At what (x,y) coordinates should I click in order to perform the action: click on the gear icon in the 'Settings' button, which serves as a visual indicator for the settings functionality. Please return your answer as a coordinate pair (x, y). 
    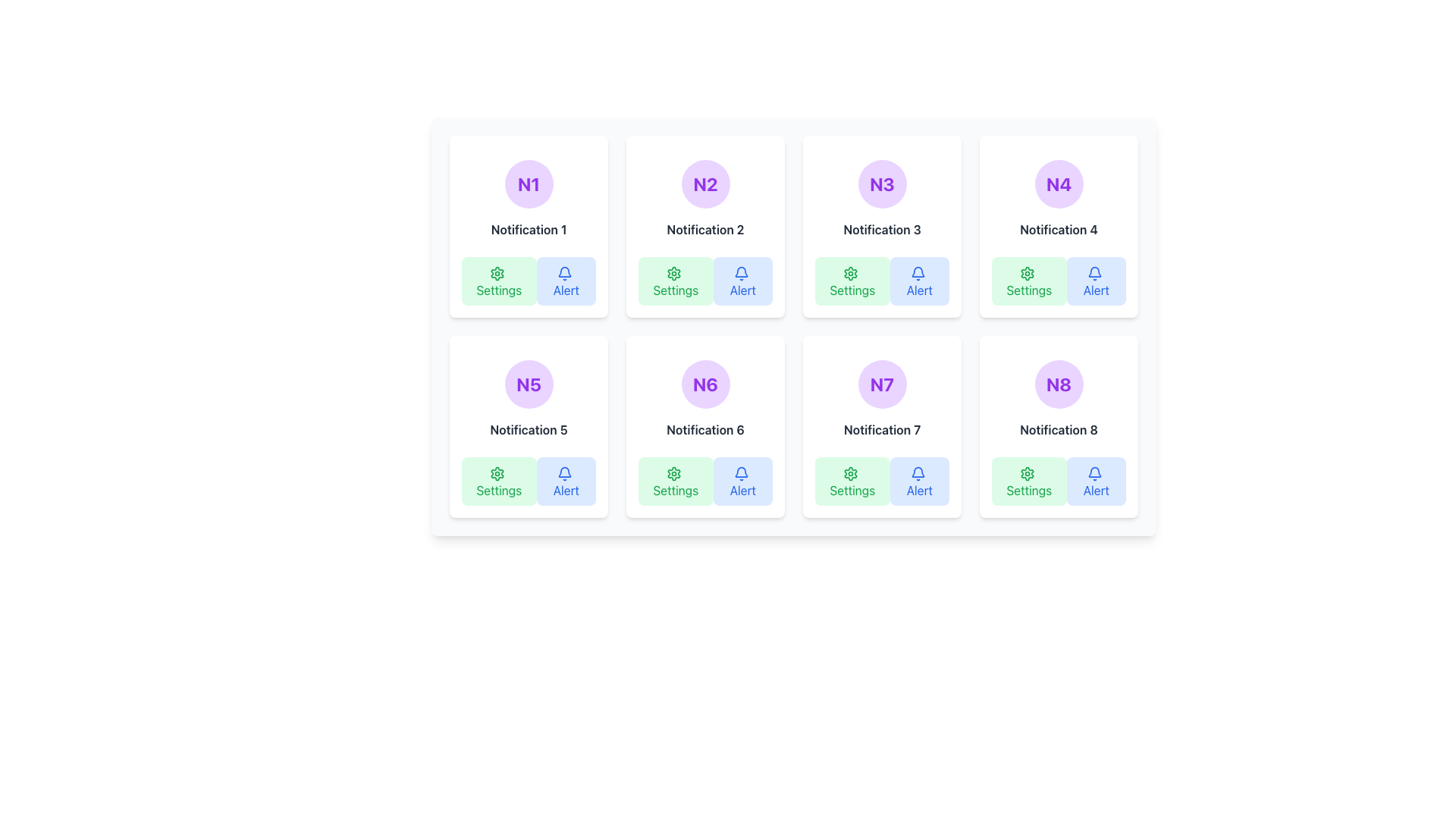
    Looking at the image, I should click on (497, 273).